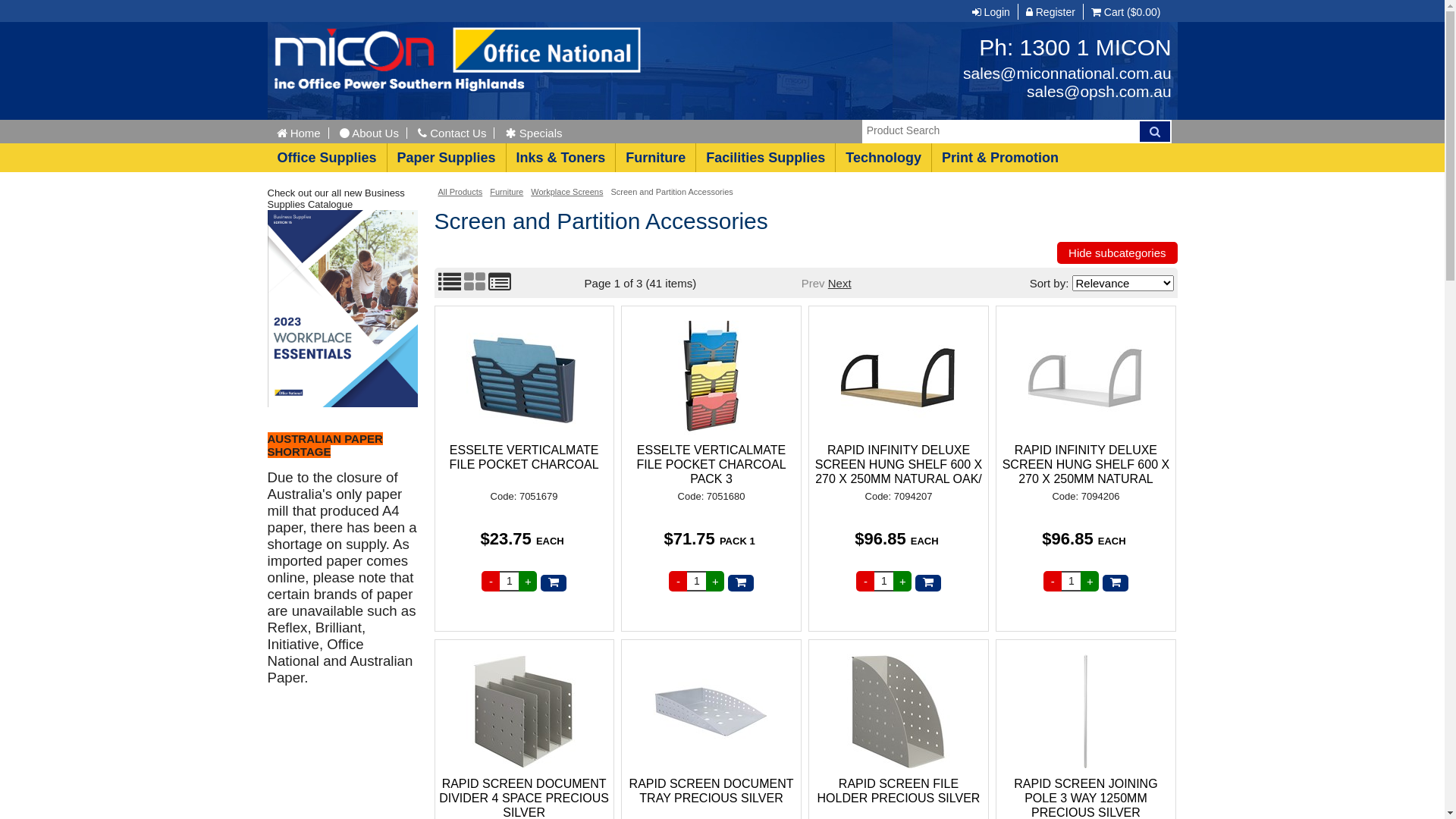 The height and width of the screenshot is (819, 1456). I want to click on 'Increase quantity', so click(714, 580).